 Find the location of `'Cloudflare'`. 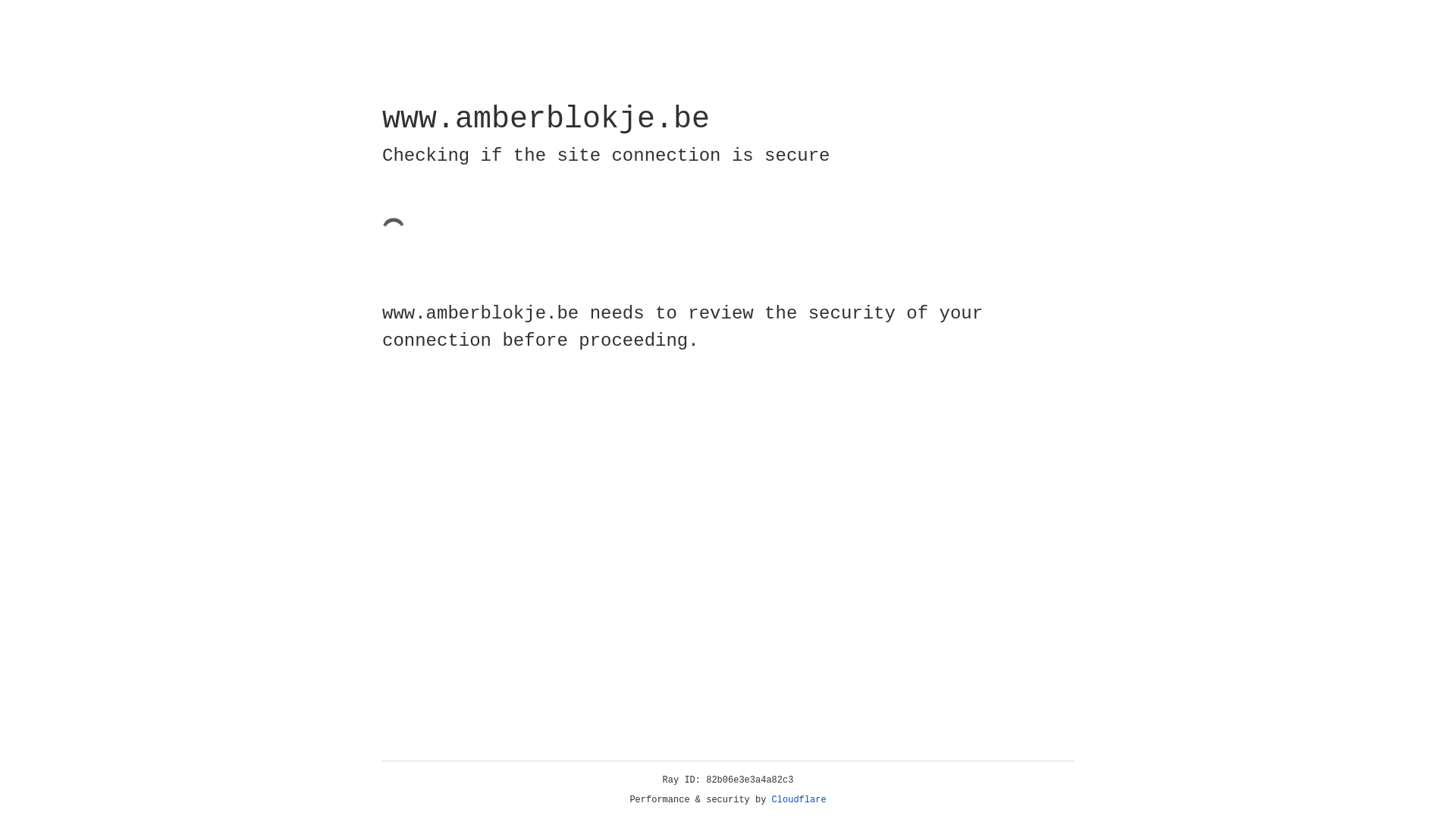

'Cloudflare' is located at coordinates (771, 799).